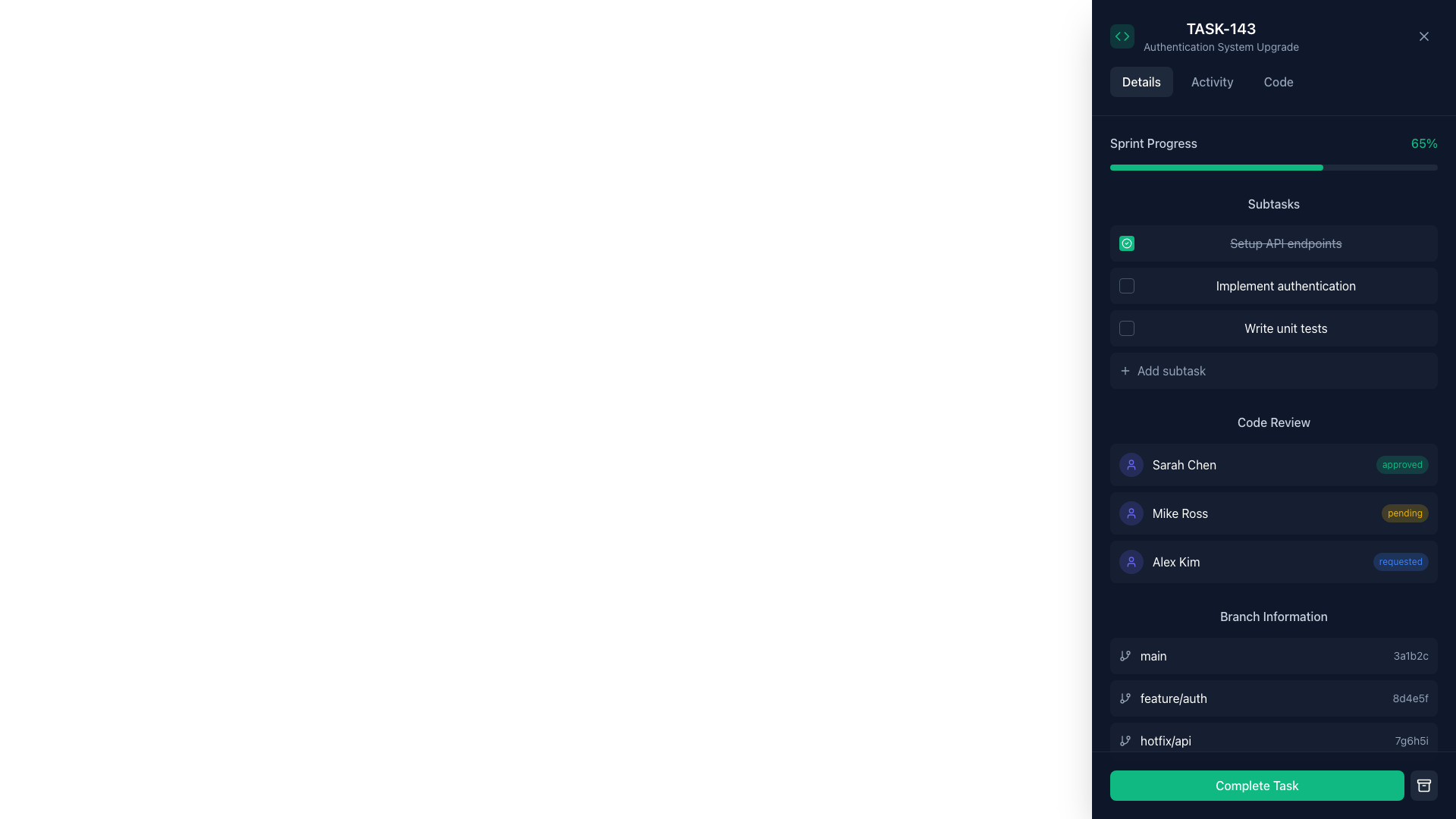  What do you see at coordinates (1329, 167) in the screenshot?
I see `progress value` at bounding box center [1329, 167].